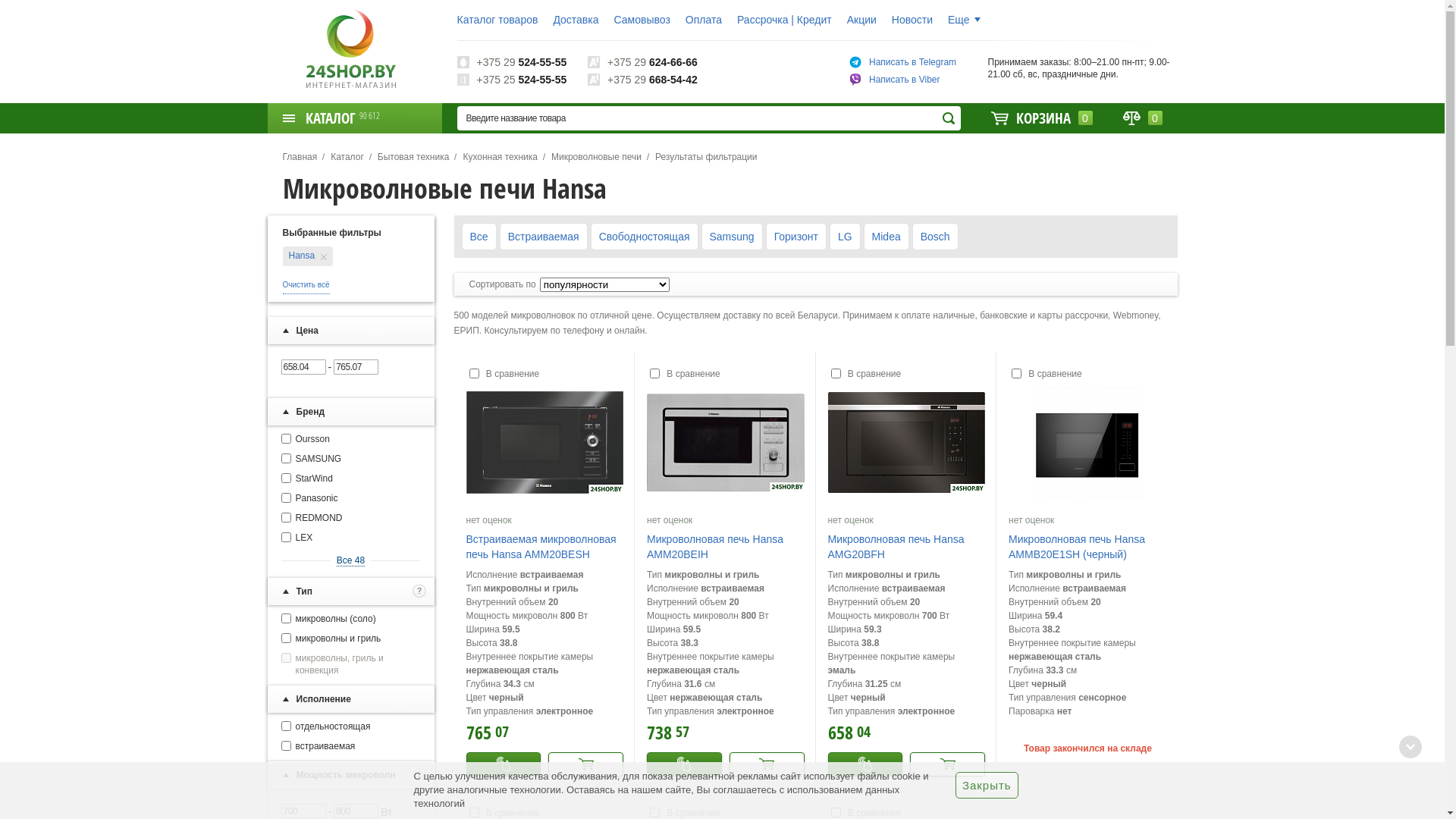  Describe the element at coordinates (700, 237) in the screenshot. I see `'Samsung'` at that location.